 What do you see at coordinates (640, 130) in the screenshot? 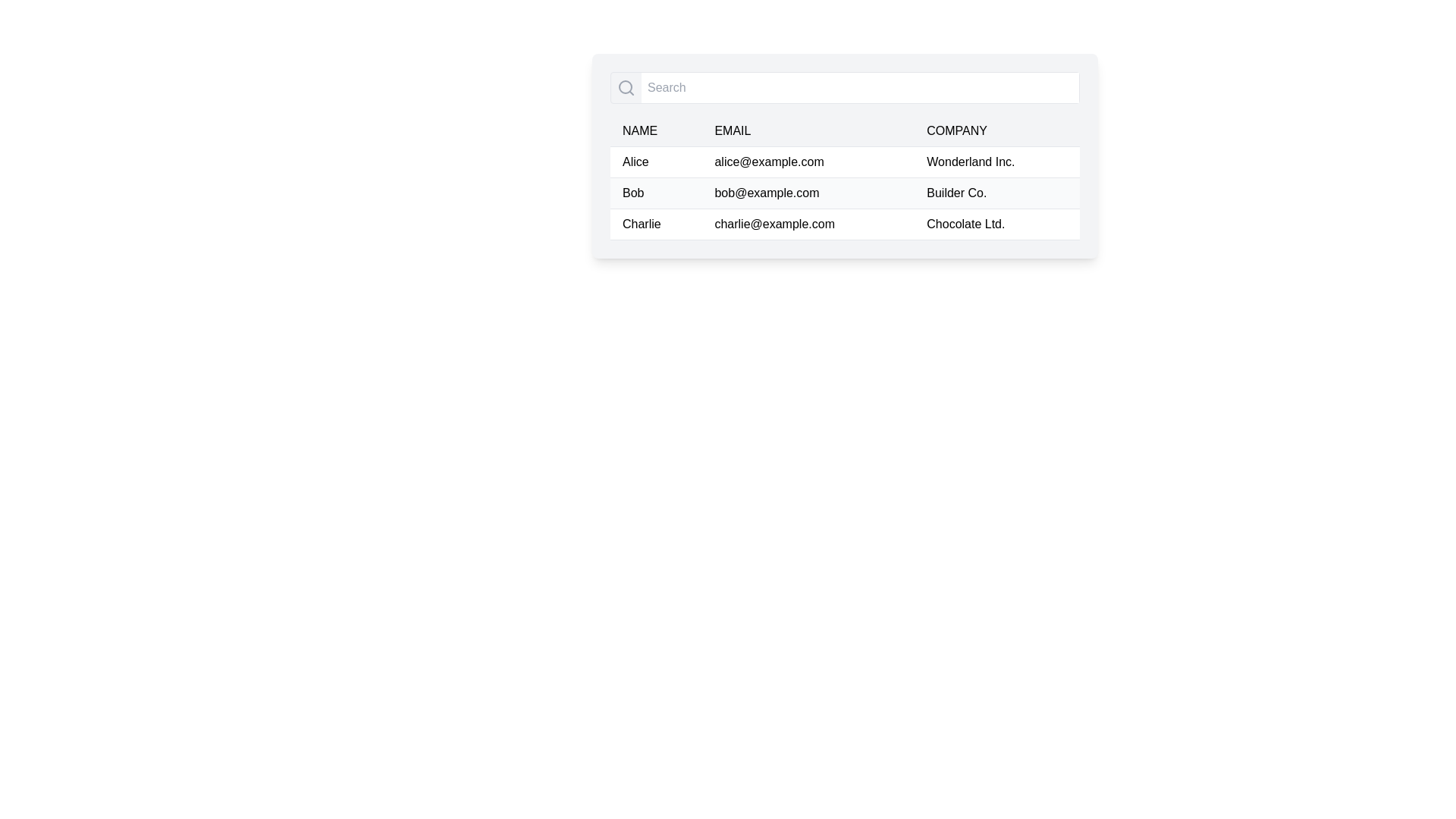
I see `text content of the 'NAME' column header, which is displayed in uppercase bold font at the top left of the table under the search bar` at bounding box center [640, 130].